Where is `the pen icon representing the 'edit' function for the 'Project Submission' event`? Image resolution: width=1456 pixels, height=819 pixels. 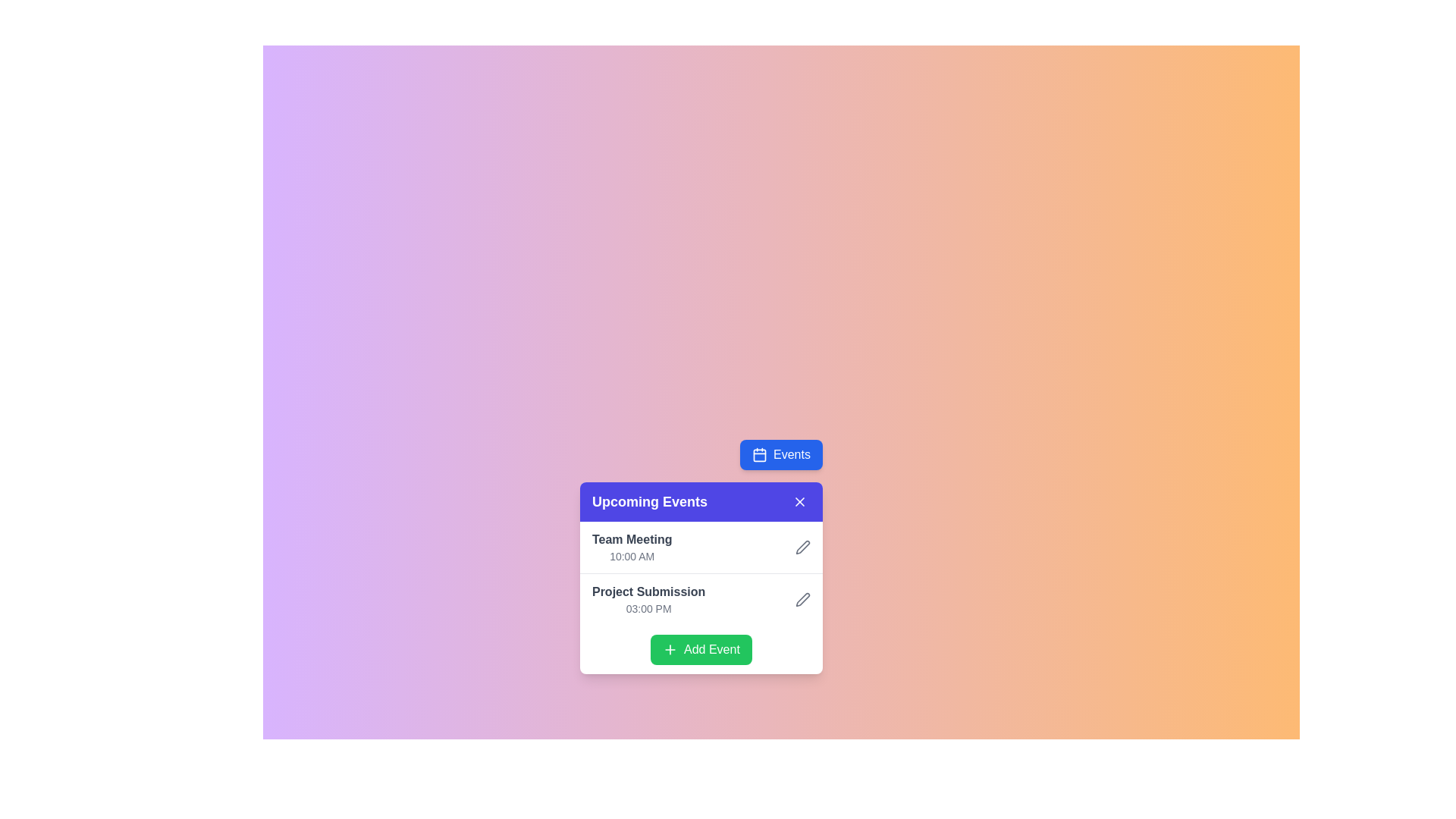 the pen icon representing the 'edit' function for the 'Project Submission' event is located at coordinates (802, 547).